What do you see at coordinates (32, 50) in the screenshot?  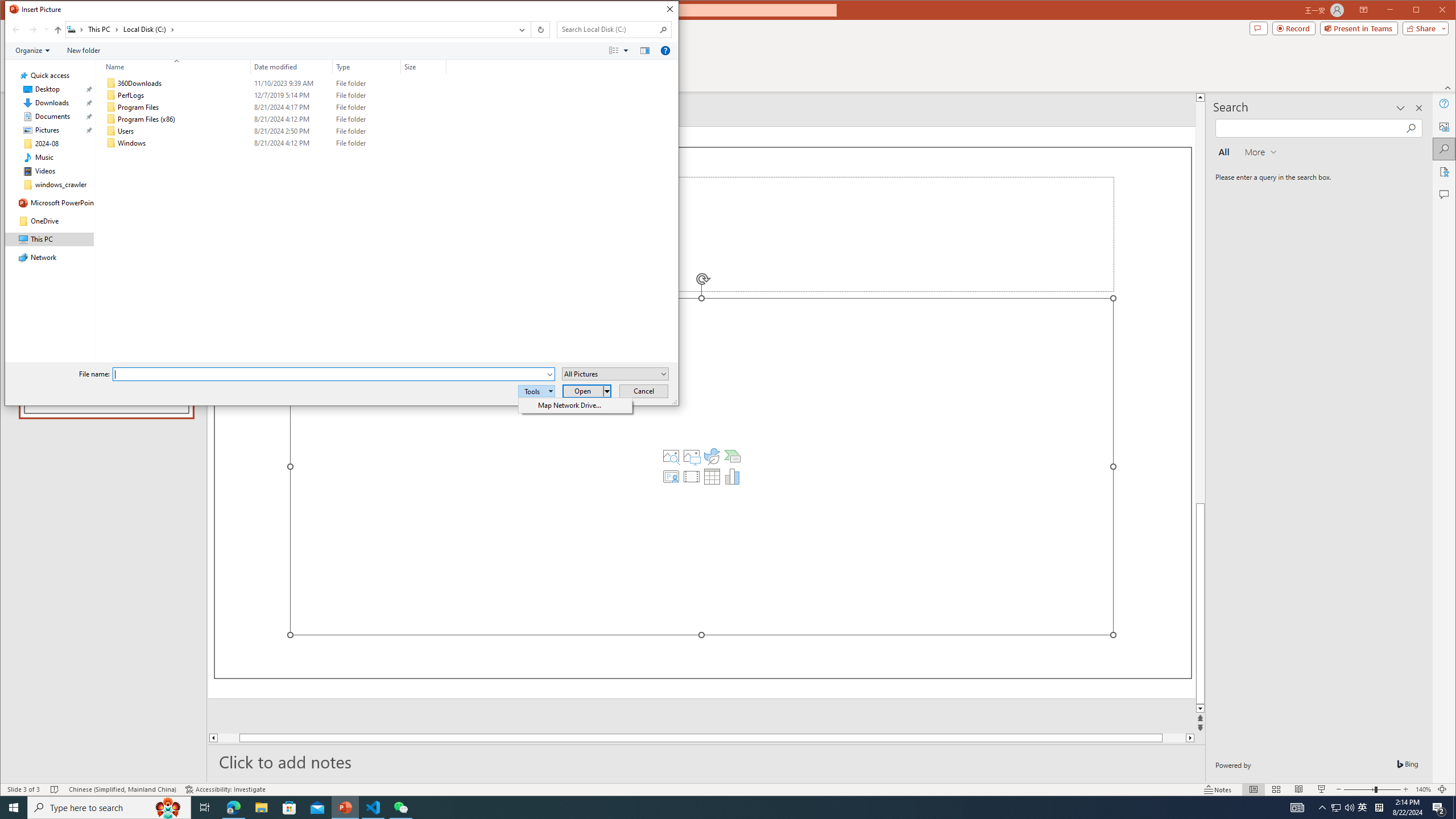 I see `'Organize'` at bounding box center [32, 50].